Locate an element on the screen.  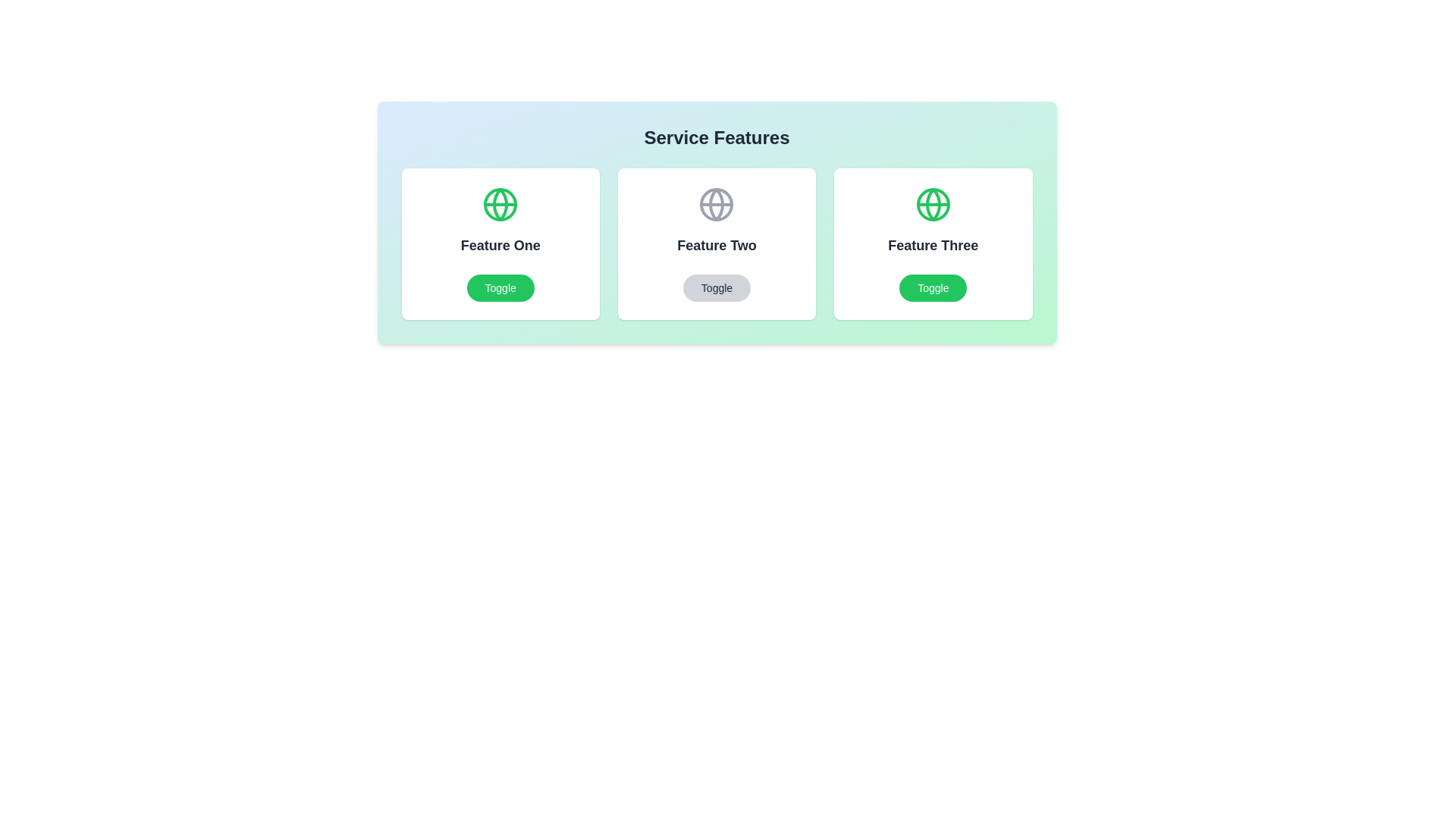
the 'Toggle' button for Feature One is located at coordinates (500, 288).